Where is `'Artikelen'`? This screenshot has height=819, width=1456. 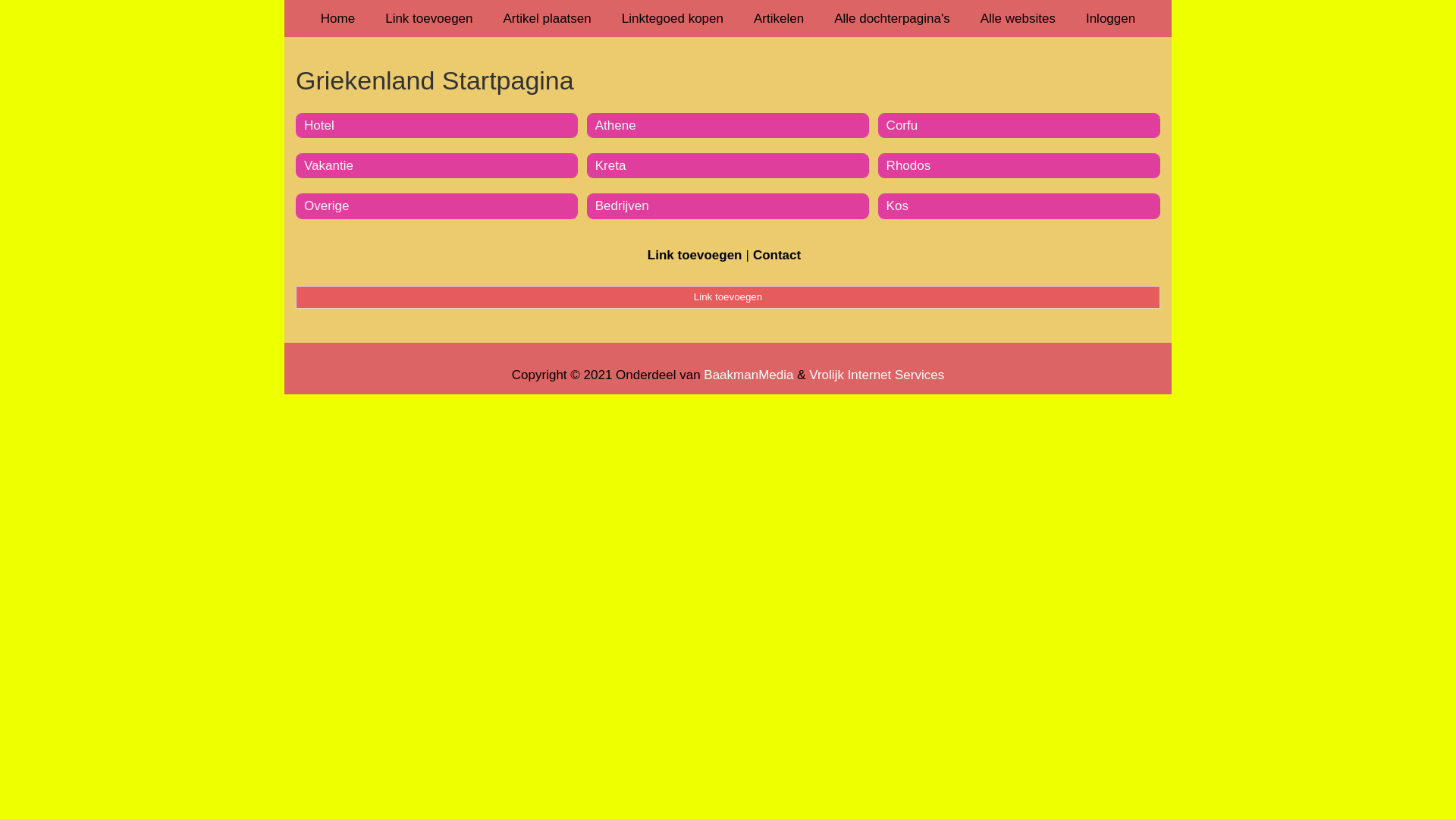
'Artikelen' is located at coordinates (779, 18).